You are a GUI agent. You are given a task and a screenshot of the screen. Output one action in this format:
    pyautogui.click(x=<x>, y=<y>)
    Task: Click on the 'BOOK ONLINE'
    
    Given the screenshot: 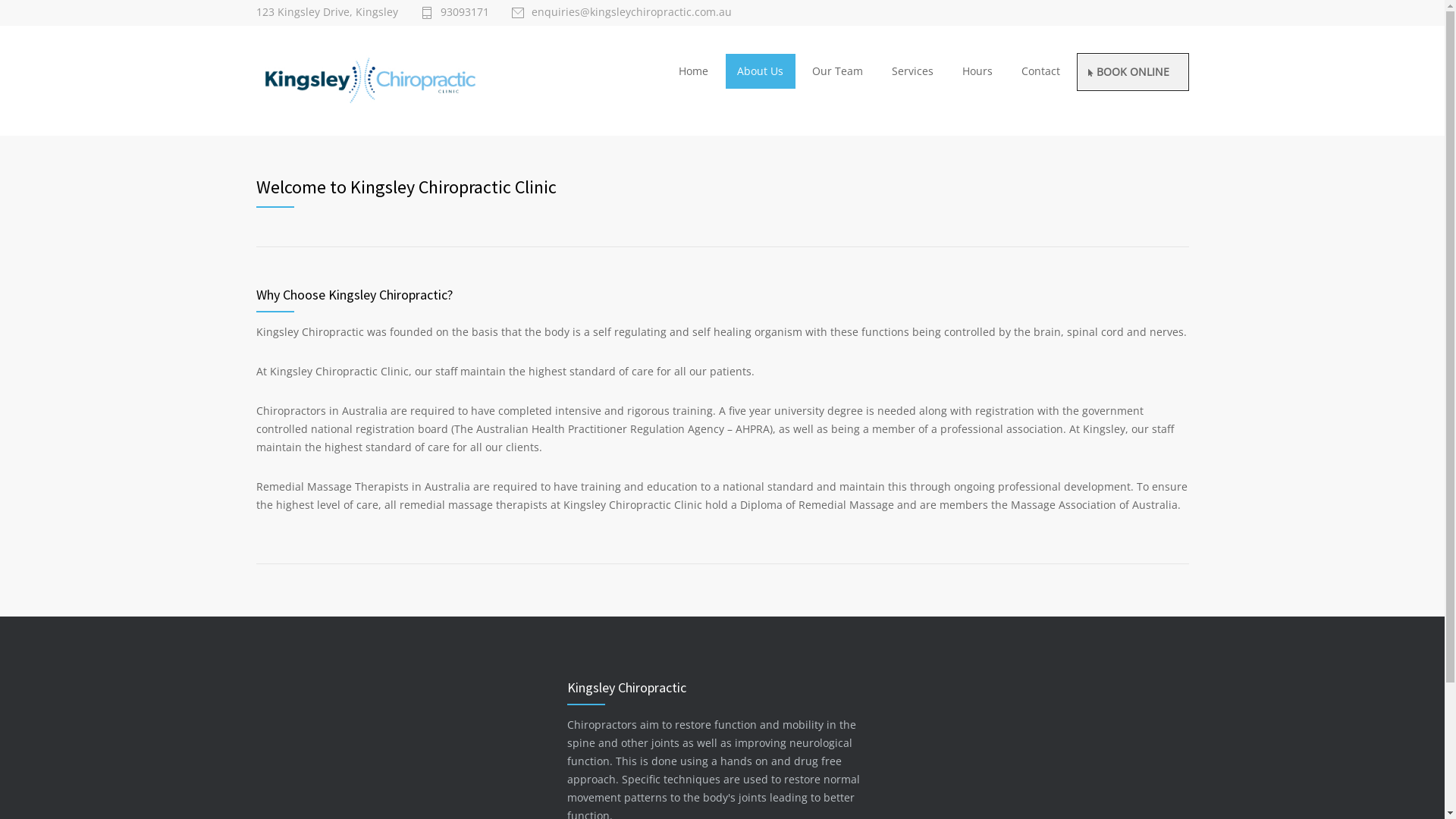 What is the action you would take?
    pyautogui.click(x=1131, y=72)
    